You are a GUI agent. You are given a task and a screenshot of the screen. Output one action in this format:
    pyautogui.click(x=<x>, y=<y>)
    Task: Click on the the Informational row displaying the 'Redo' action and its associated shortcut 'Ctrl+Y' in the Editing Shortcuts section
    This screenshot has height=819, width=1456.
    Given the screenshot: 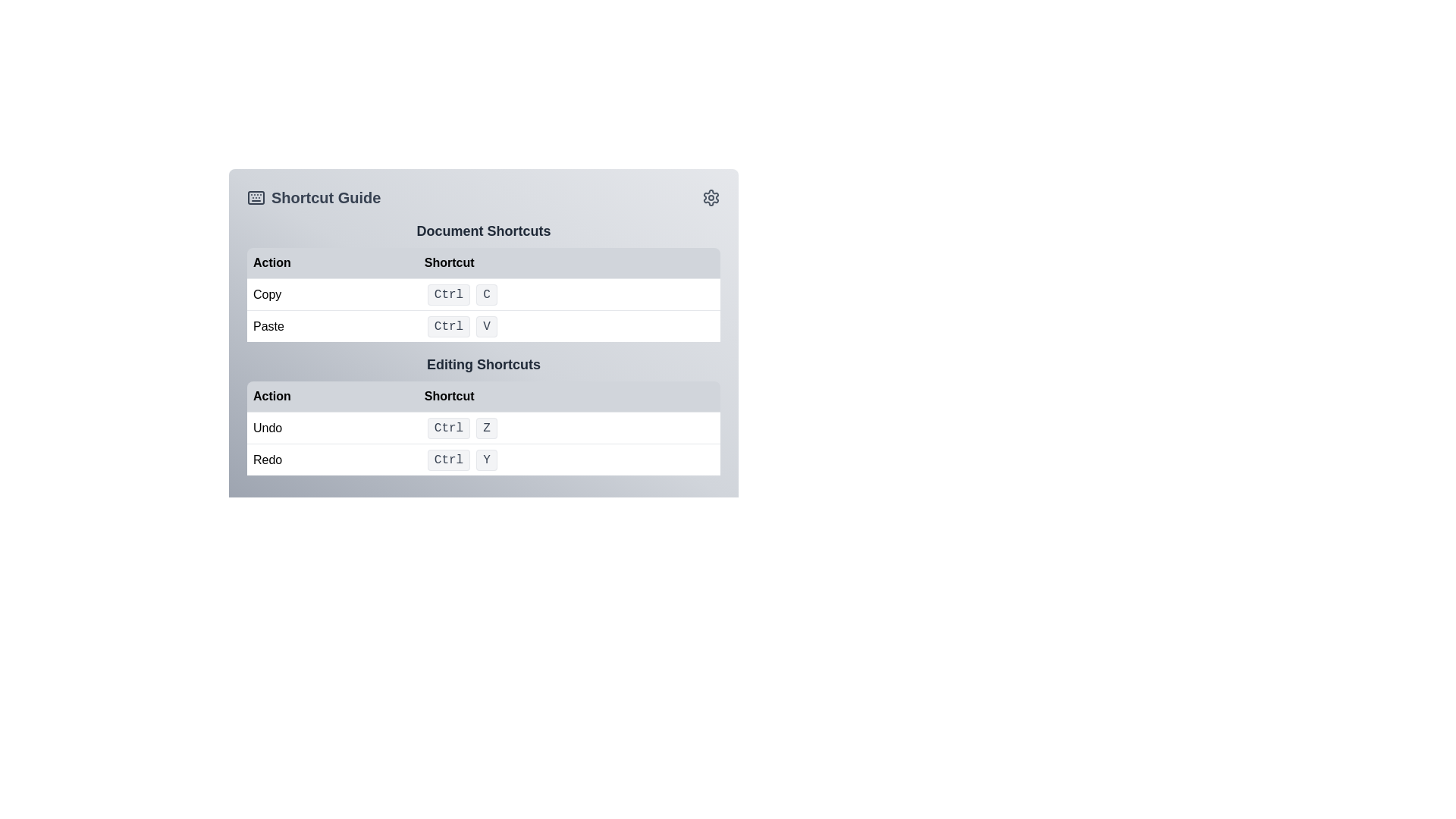 What is the action you would take?
    pyautogui.click(x=483, y=458)
    